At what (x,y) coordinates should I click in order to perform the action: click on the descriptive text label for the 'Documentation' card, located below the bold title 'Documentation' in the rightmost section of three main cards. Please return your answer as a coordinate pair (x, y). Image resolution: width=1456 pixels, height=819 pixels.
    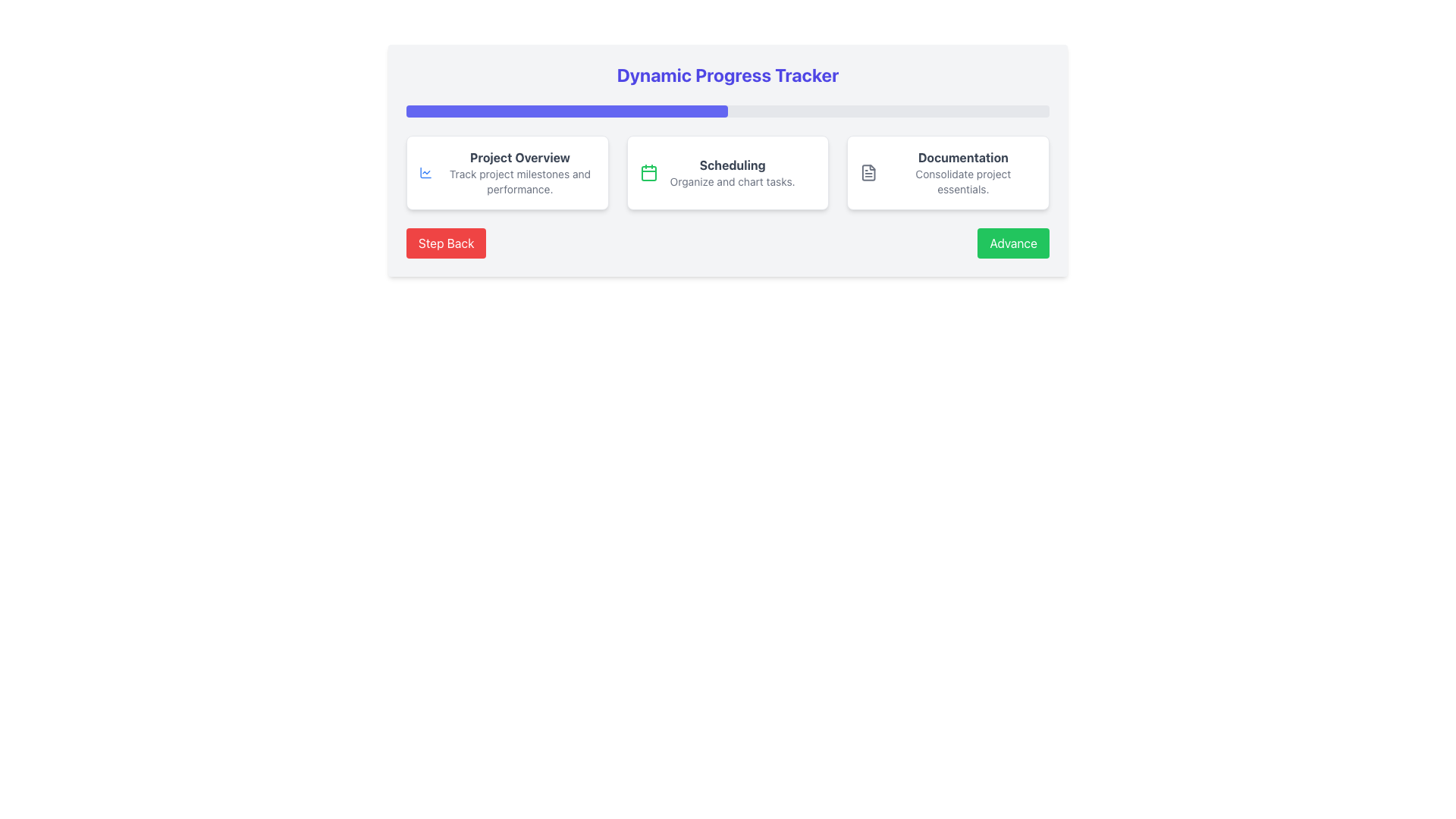
    Looking at the image, I should click on (962, 180).